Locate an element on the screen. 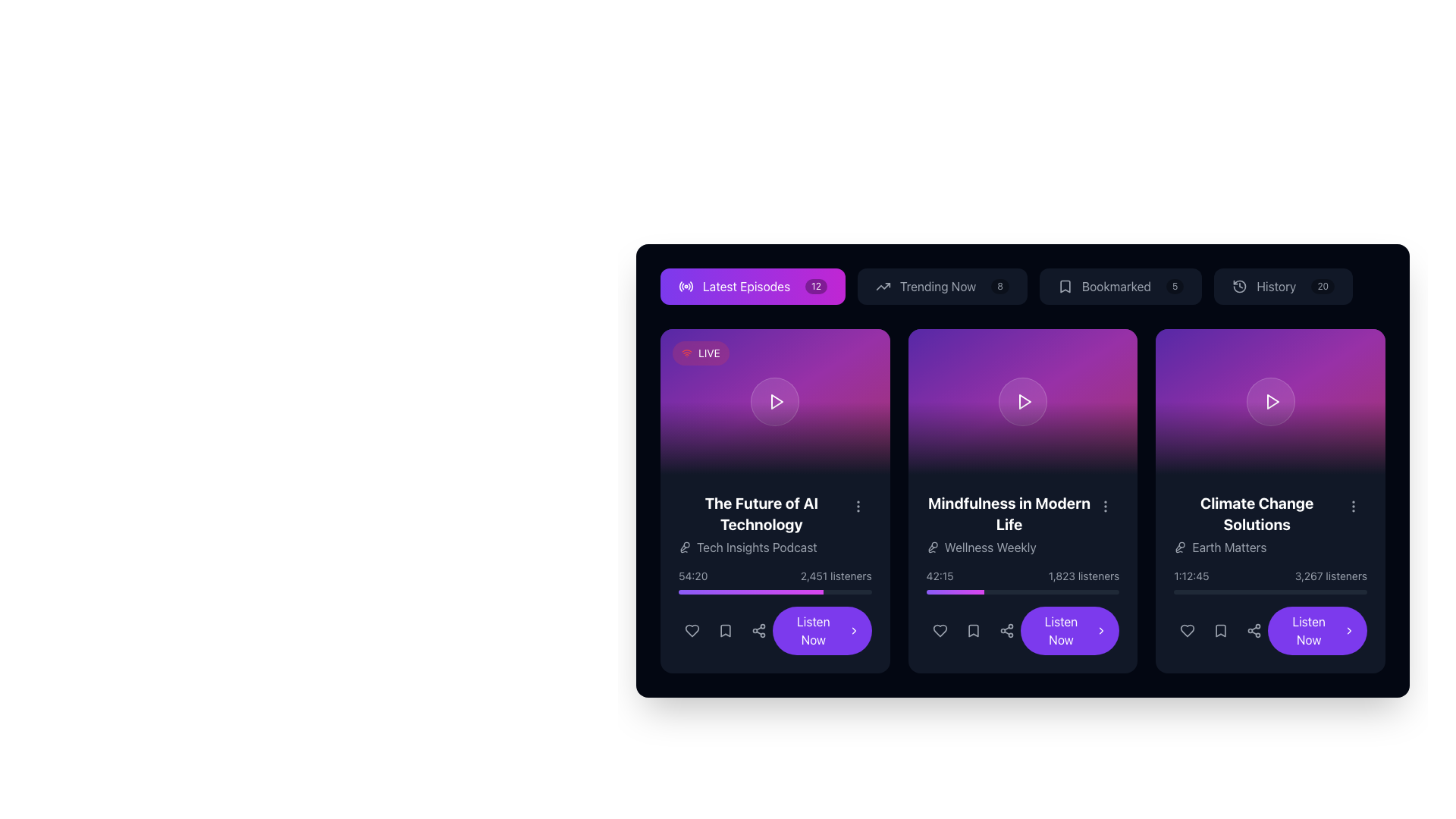  text displayed in the second card from the left, showing the podcast episode title 'Mindfulness in Modern Life' and its series name 'Wellness Weekly' is located at coordinates (1009, 523).